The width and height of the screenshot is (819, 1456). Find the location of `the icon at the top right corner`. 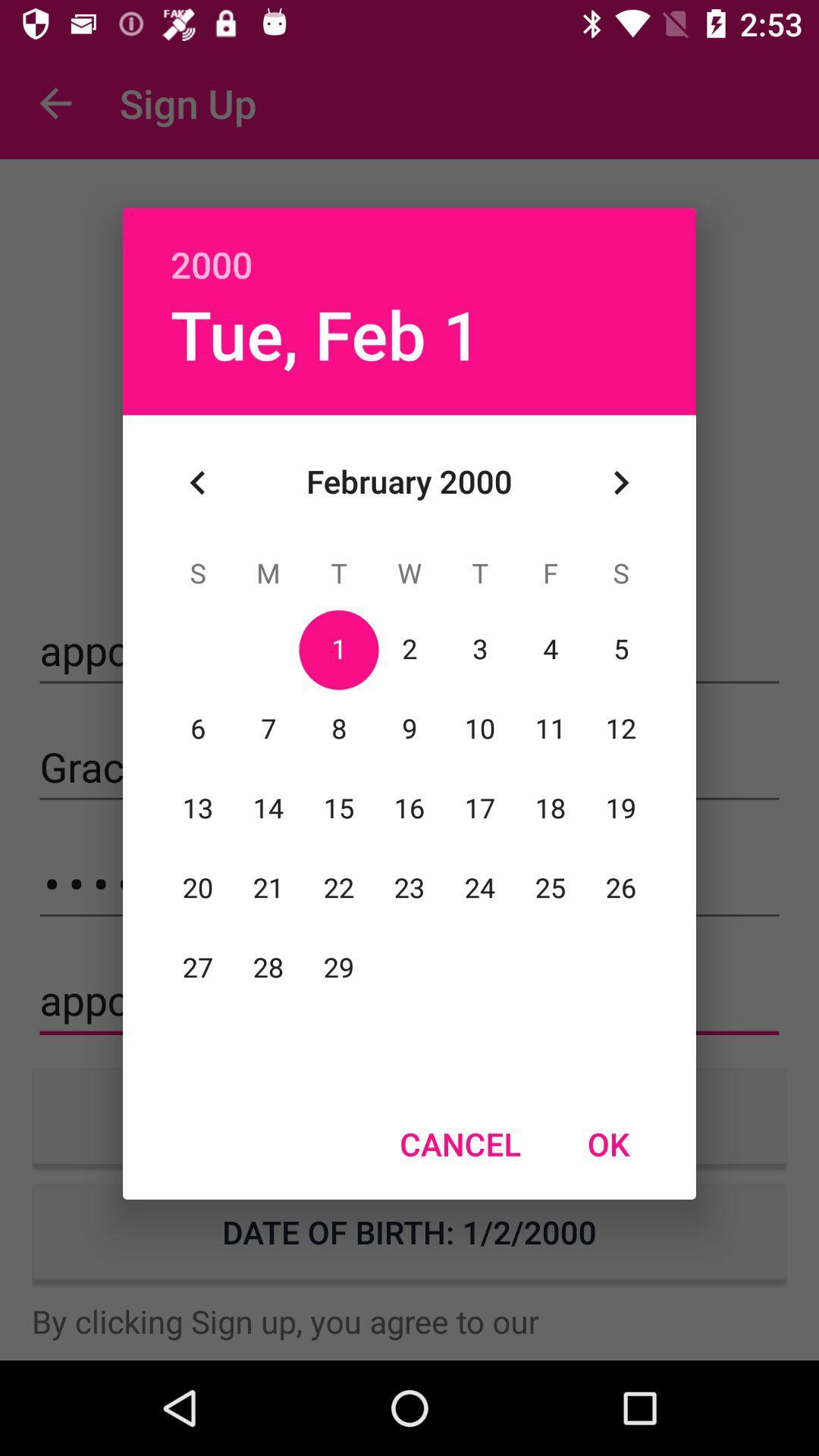

the icon at the top right corner is located at coordinates (620, 482).